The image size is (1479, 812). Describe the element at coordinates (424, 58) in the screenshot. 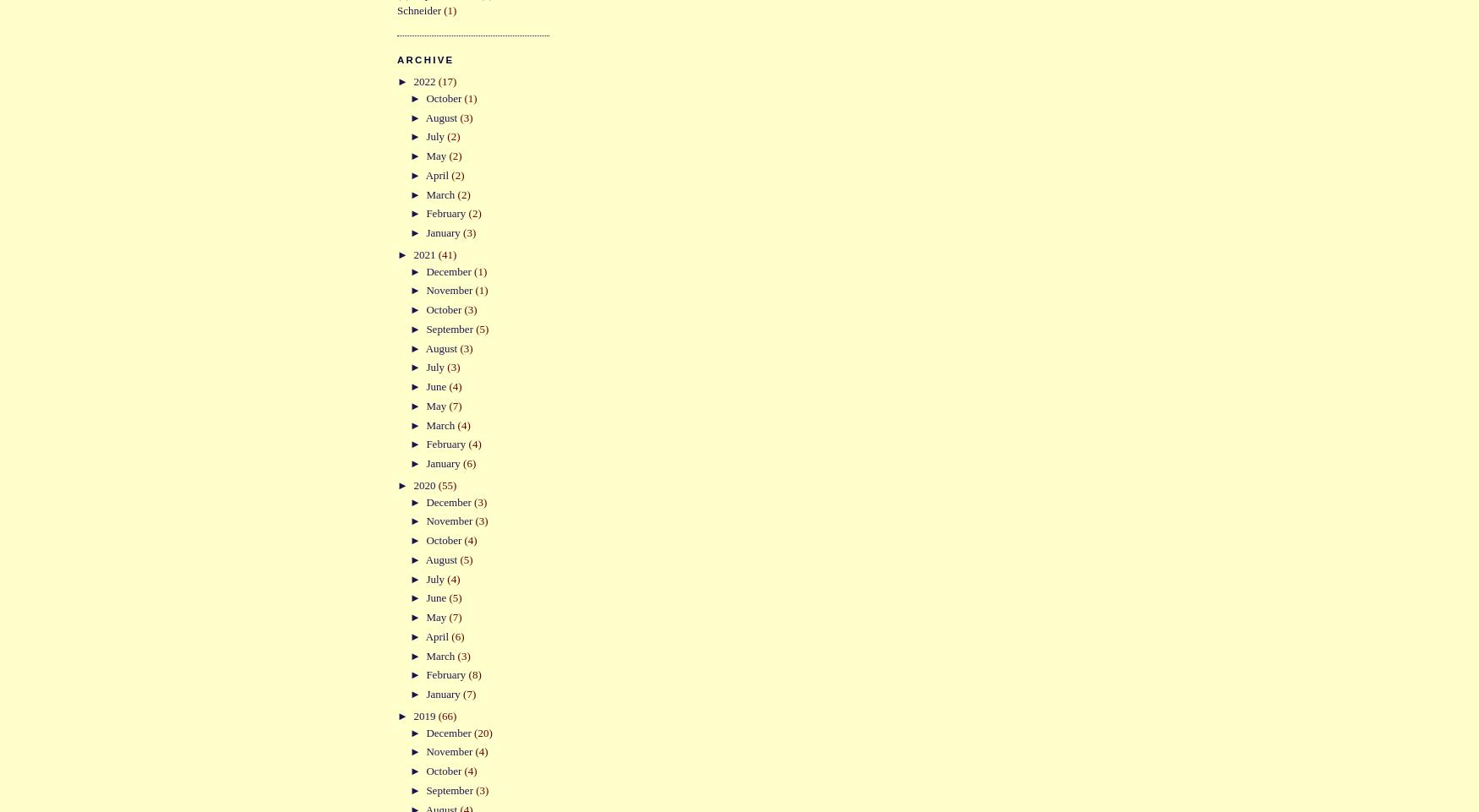

I see `'Archive'` at that location.